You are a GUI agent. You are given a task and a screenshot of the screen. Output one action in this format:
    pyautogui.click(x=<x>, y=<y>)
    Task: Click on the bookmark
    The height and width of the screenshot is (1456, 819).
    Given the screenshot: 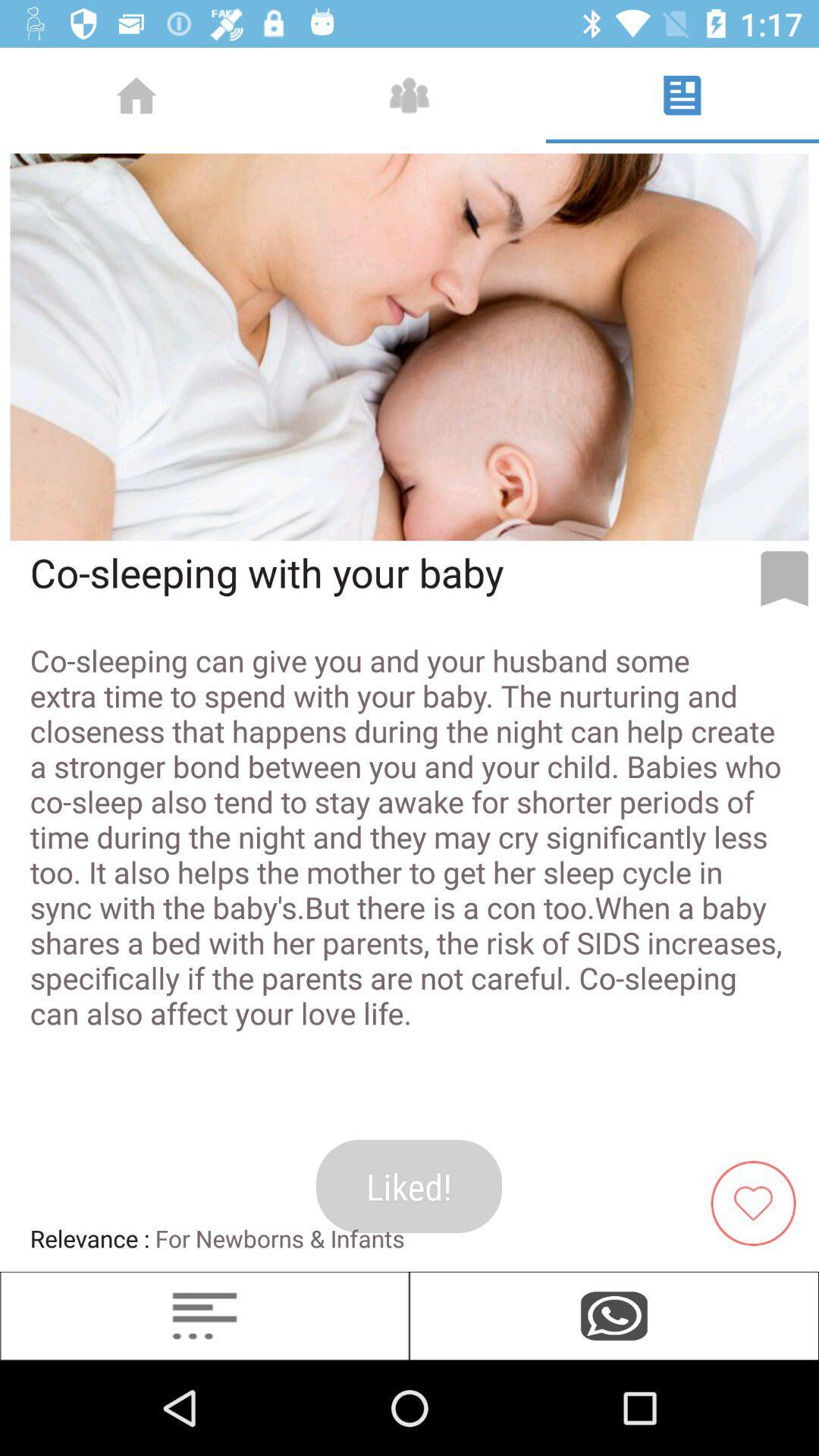 What is the action you would take?
    pyautogui.click(x=784, y=578)
    